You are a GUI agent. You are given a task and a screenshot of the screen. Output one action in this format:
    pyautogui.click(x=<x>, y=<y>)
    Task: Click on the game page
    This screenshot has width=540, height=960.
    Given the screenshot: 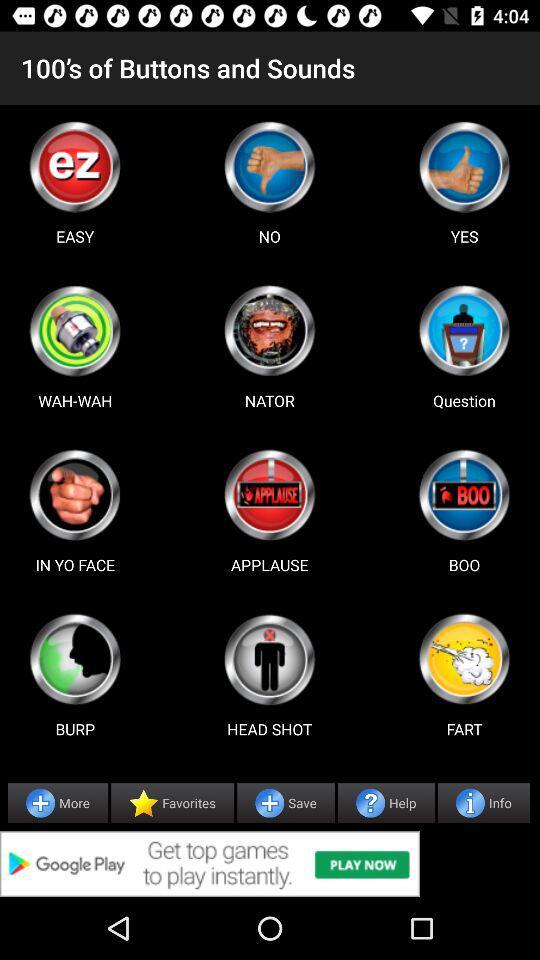 What is the action you would take?
    pyautogui.click(x=74, y=330)
    